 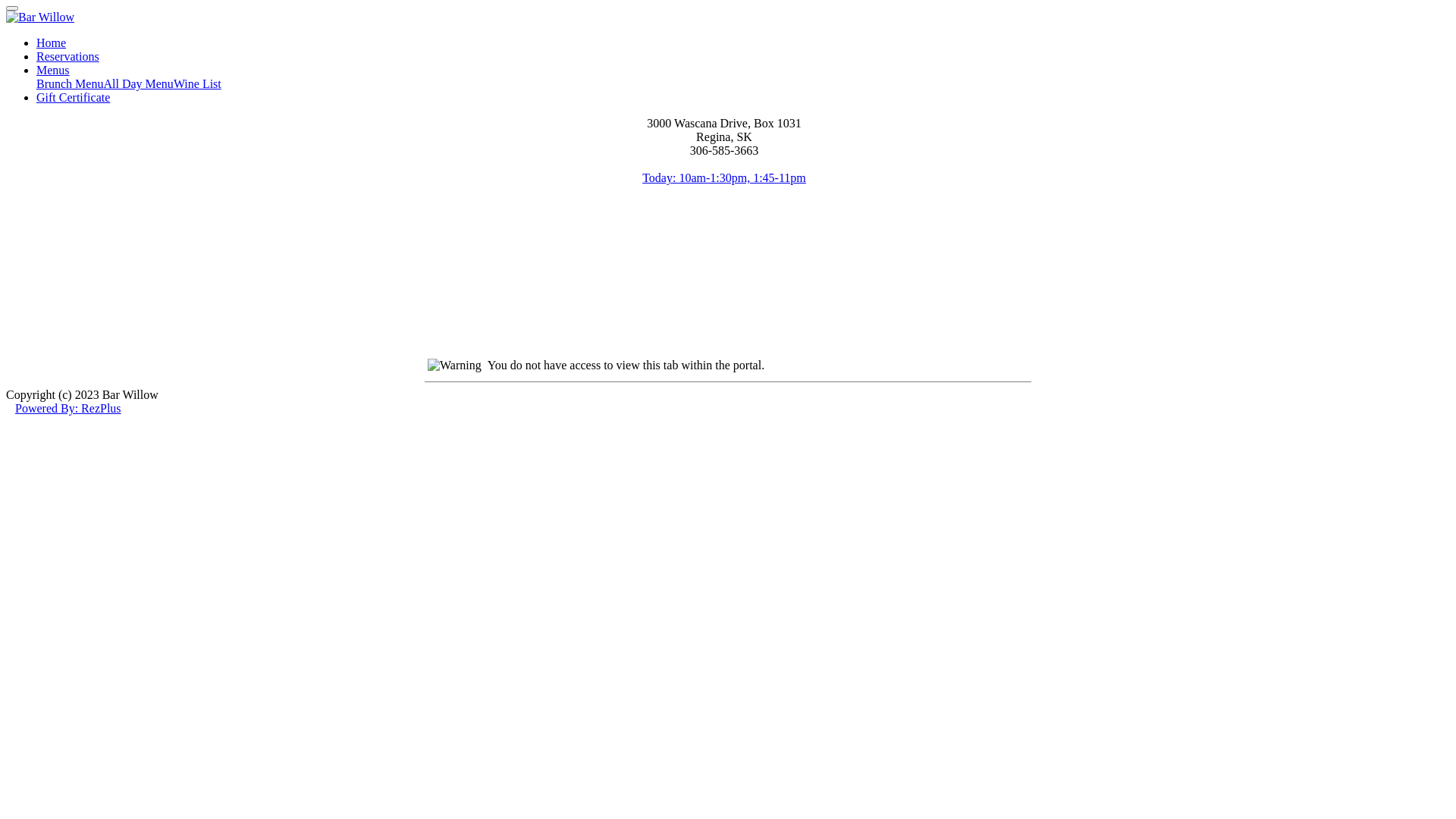 I want to click on 'All Day Menu', so click(x=138, y=83).